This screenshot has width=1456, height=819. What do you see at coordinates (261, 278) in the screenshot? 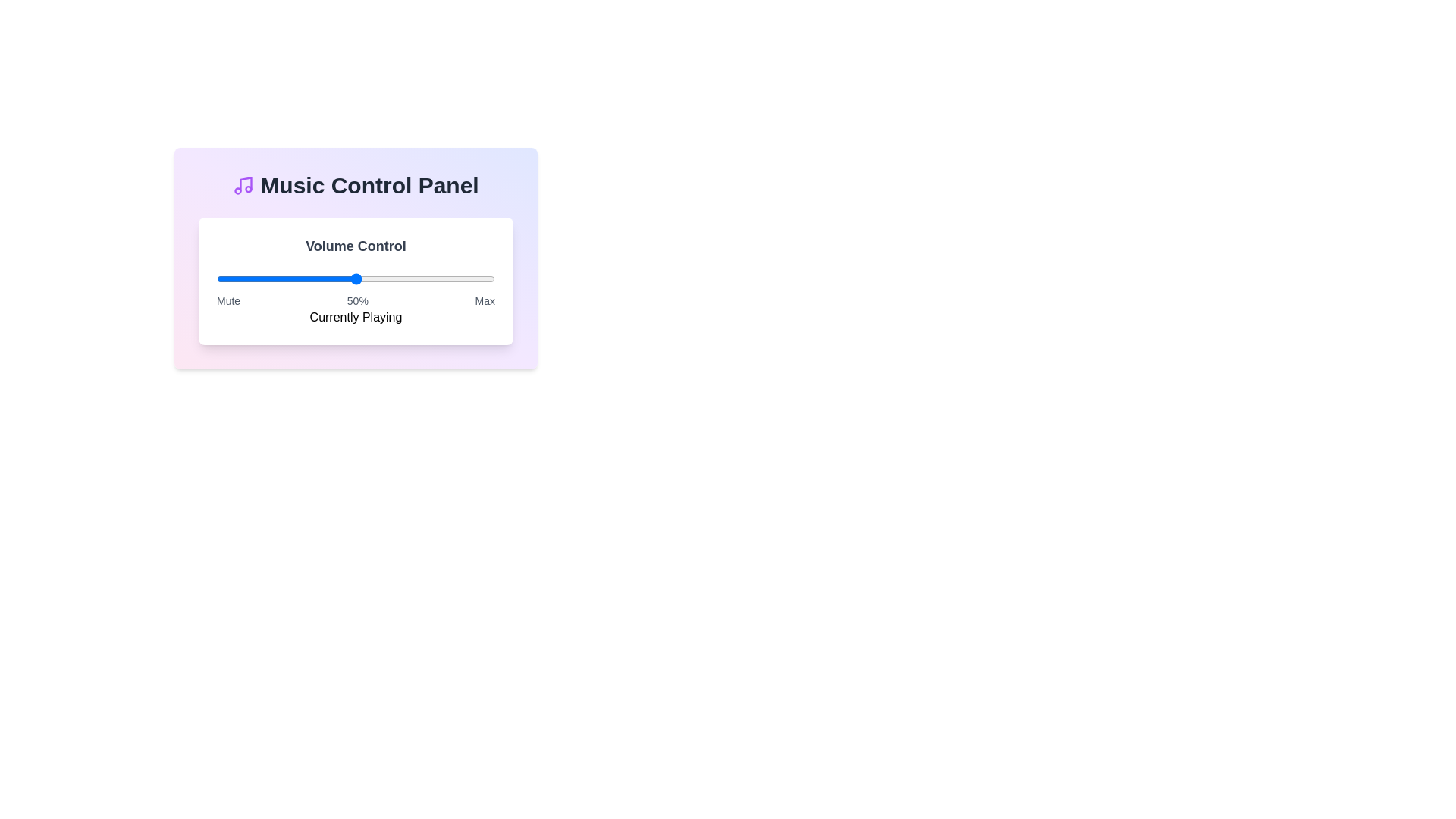
I see `the volume slider to 16% level` at bounding box center [261, 278].